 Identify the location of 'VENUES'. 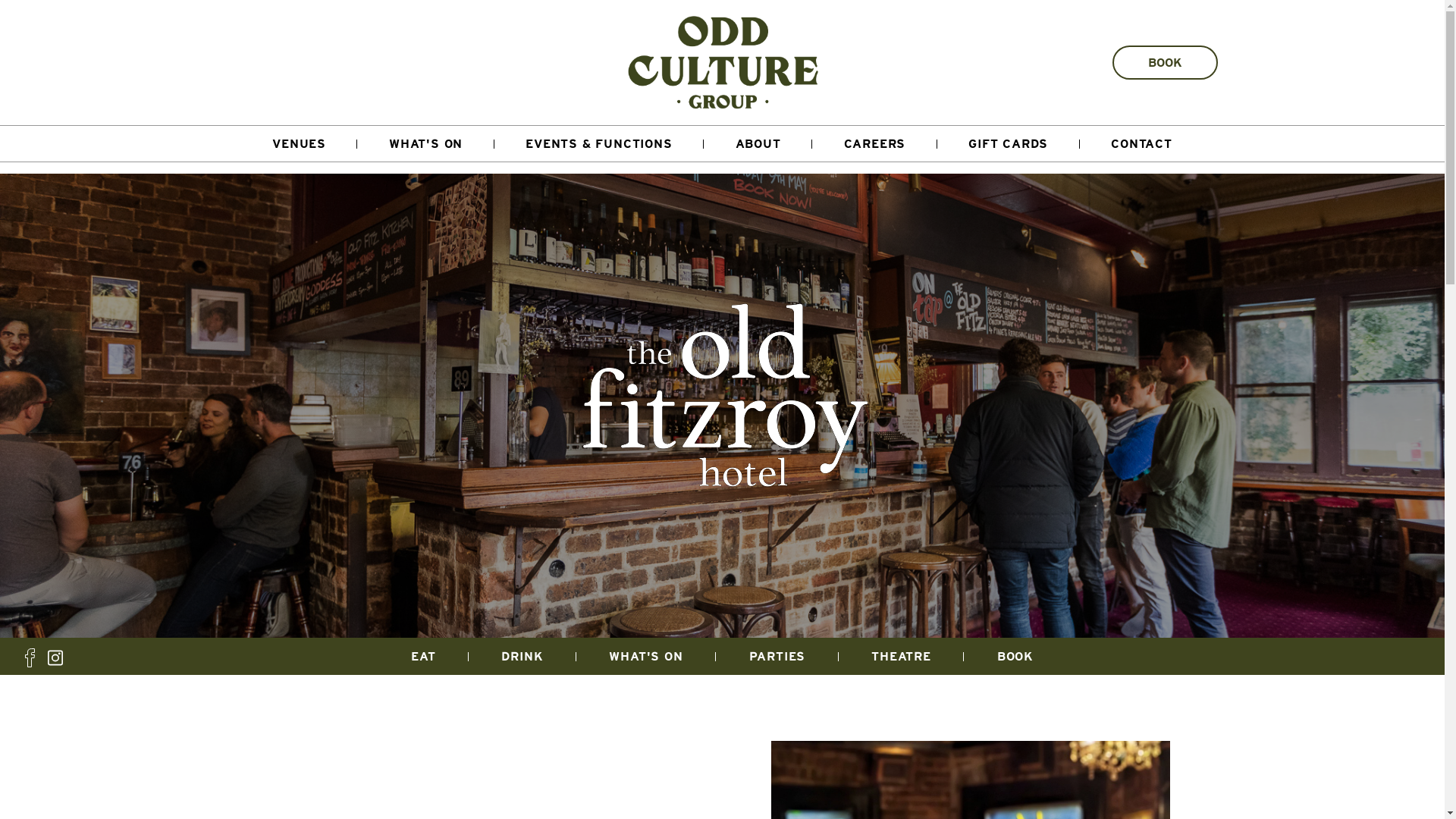
(240, 143).